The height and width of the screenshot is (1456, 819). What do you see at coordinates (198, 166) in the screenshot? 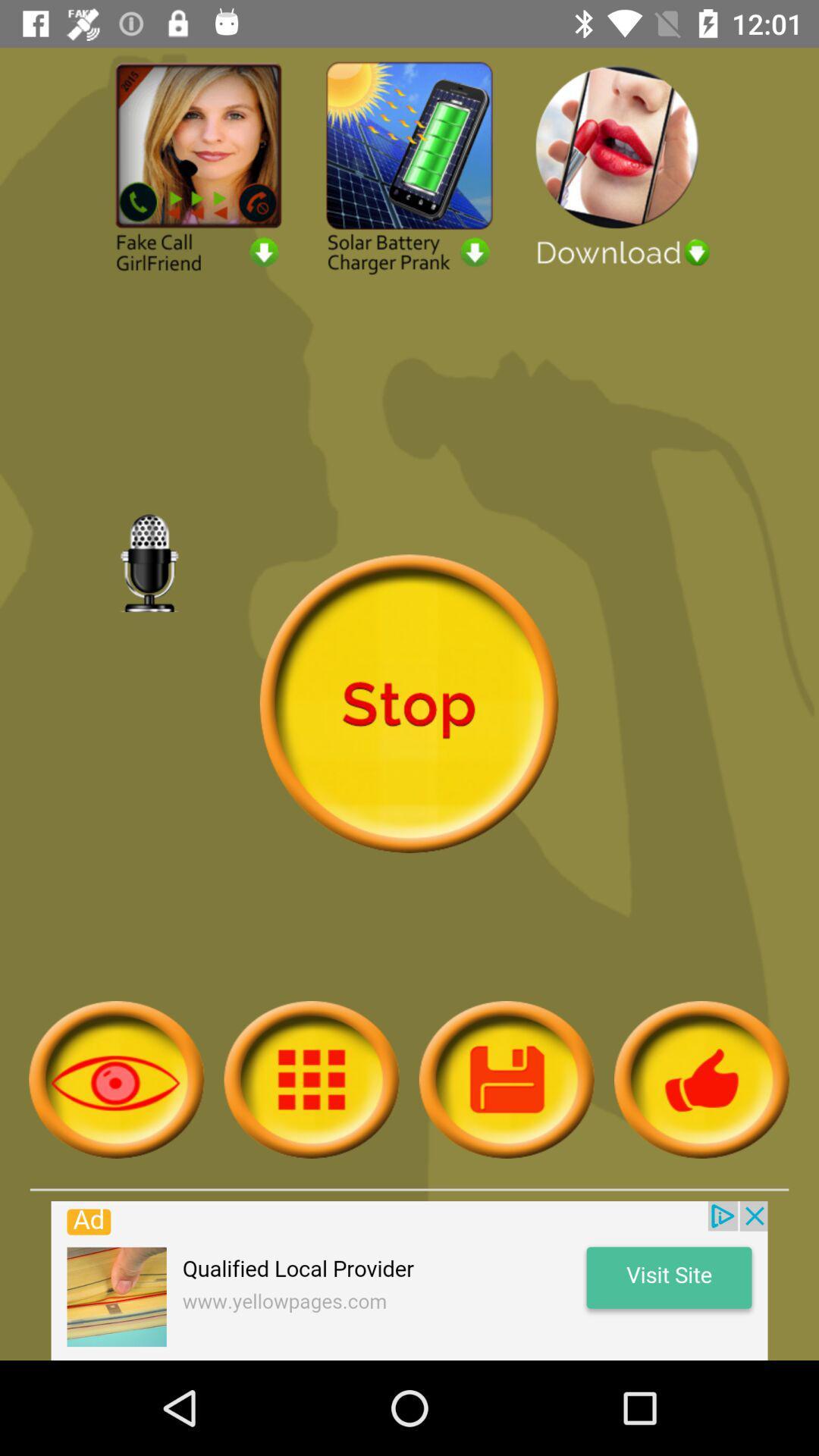
I see `fake girlfriend calling` at bounding box center [198, 166].